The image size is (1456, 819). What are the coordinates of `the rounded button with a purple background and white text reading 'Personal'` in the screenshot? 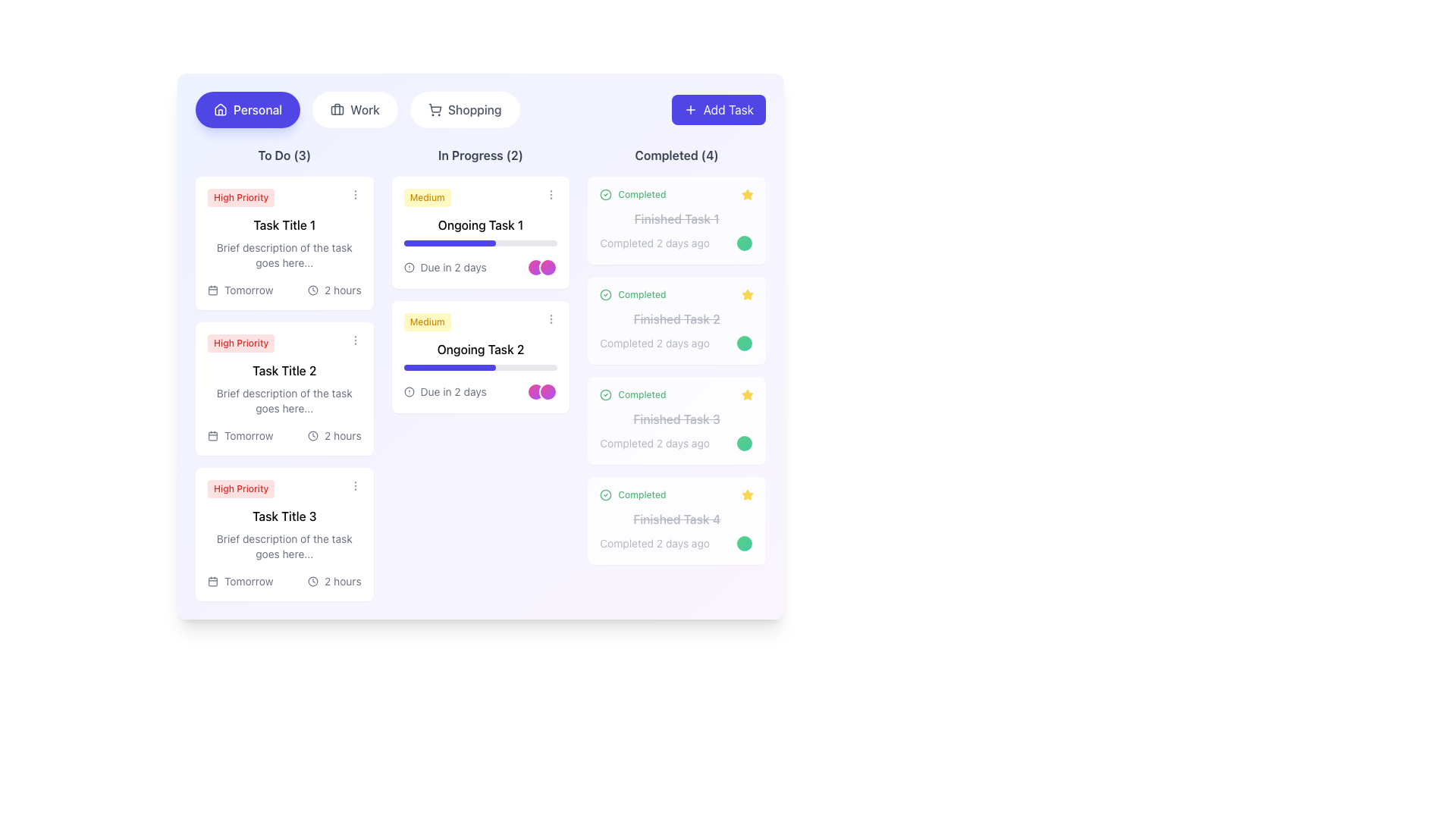 It's located at (248, 109).